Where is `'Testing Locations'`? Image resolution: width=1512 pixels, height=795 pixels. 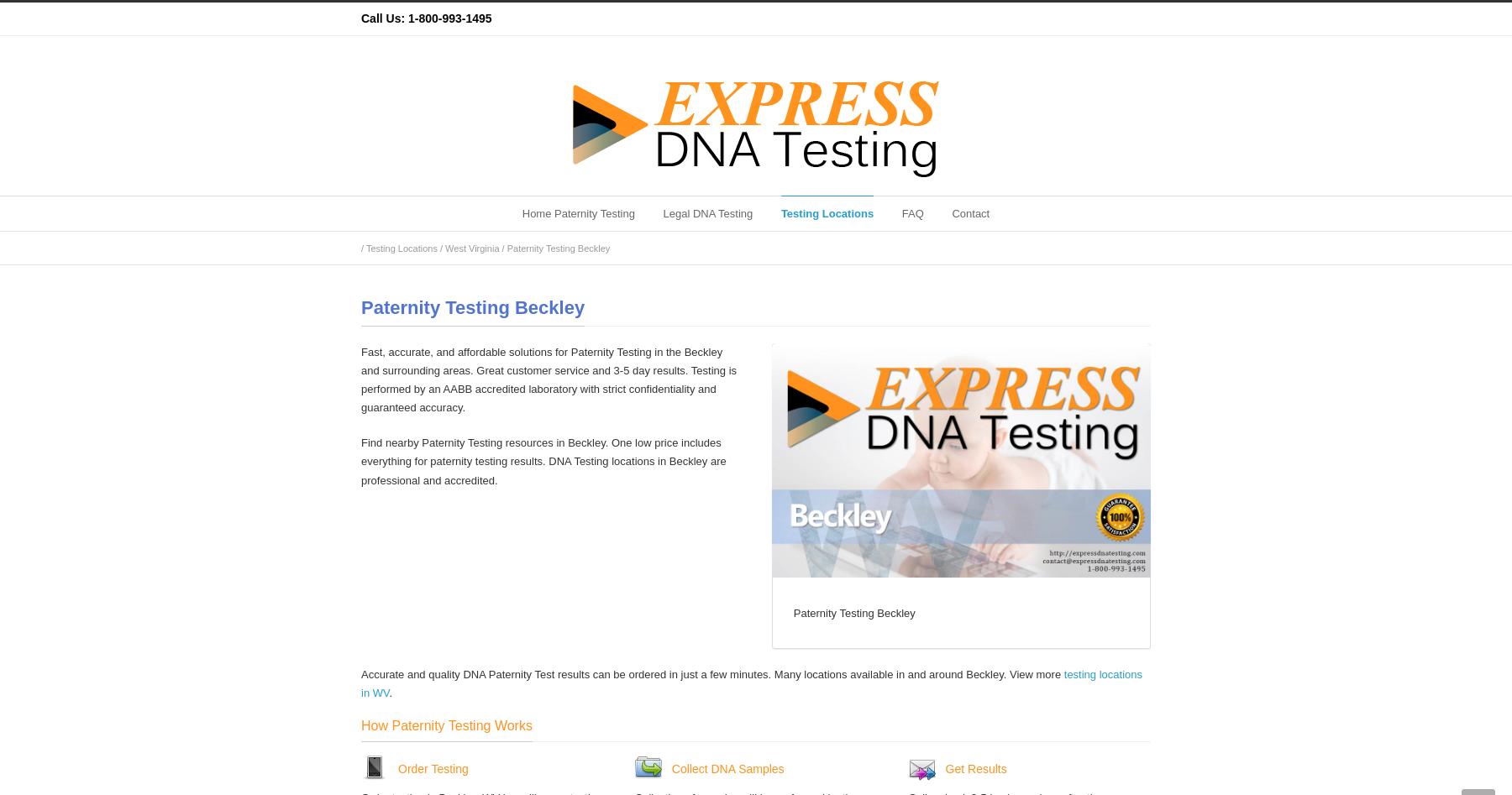 'Testing Locations' is located at coordinates (826, 213).